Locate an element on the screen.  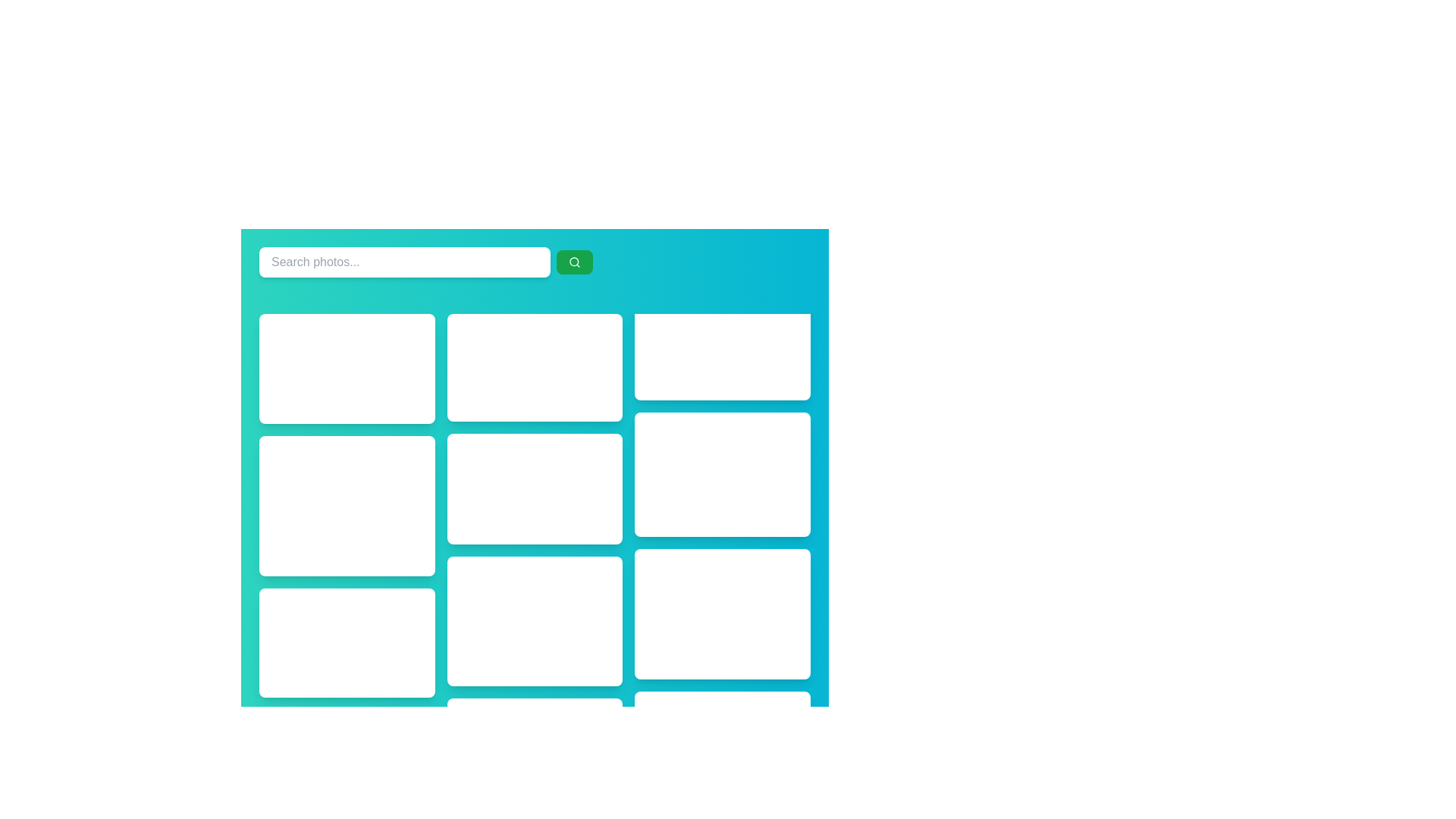
the Decorative SVG element that represents the center of the circular search glass outline, which is part of the magnifying glass icon located adjacent to the search input field is located at coordinates (573, 261).